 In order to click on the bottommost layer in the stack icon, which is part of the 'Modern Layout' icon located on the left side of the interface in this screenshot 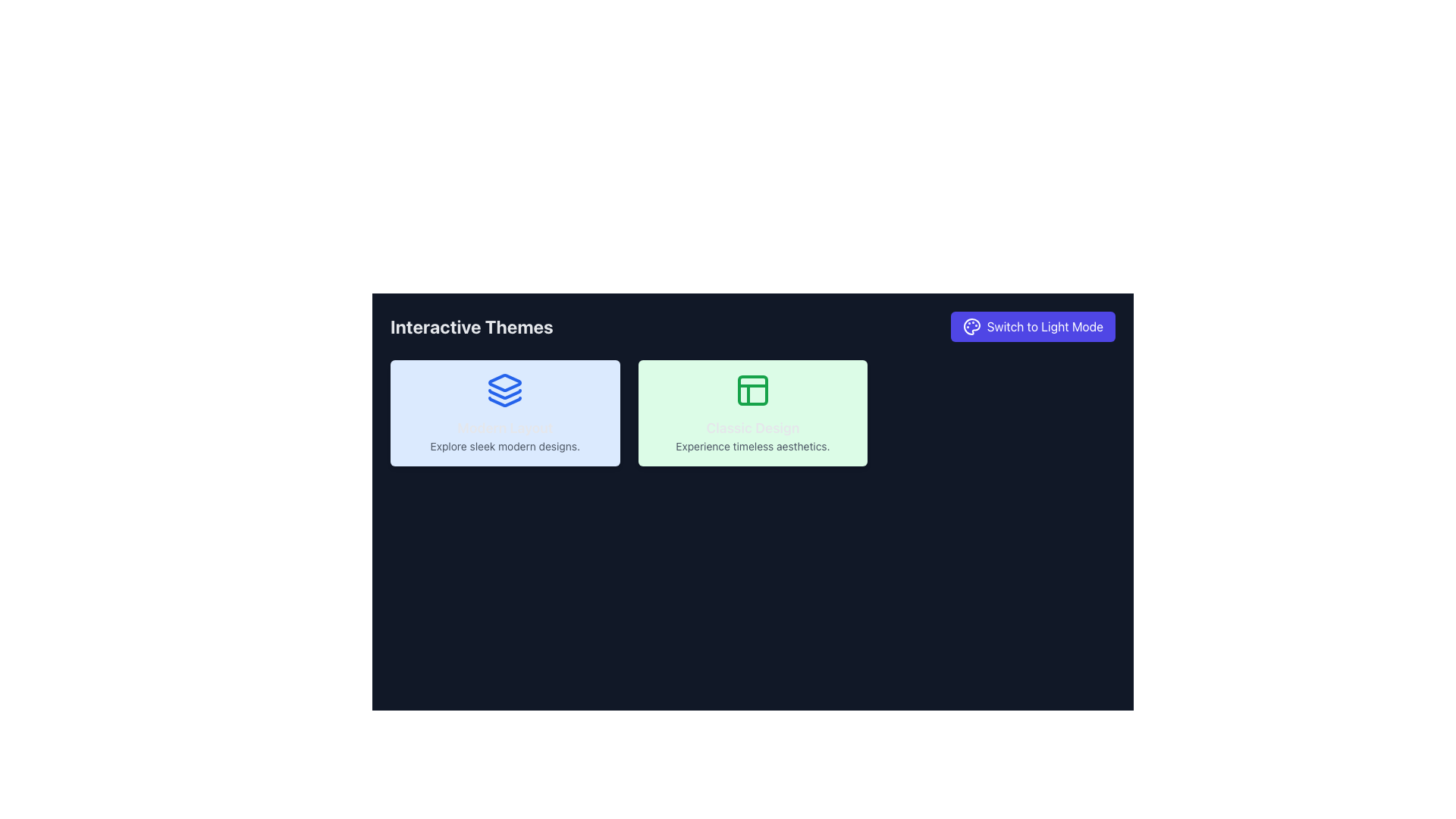, I will do `click(505, 400)`.